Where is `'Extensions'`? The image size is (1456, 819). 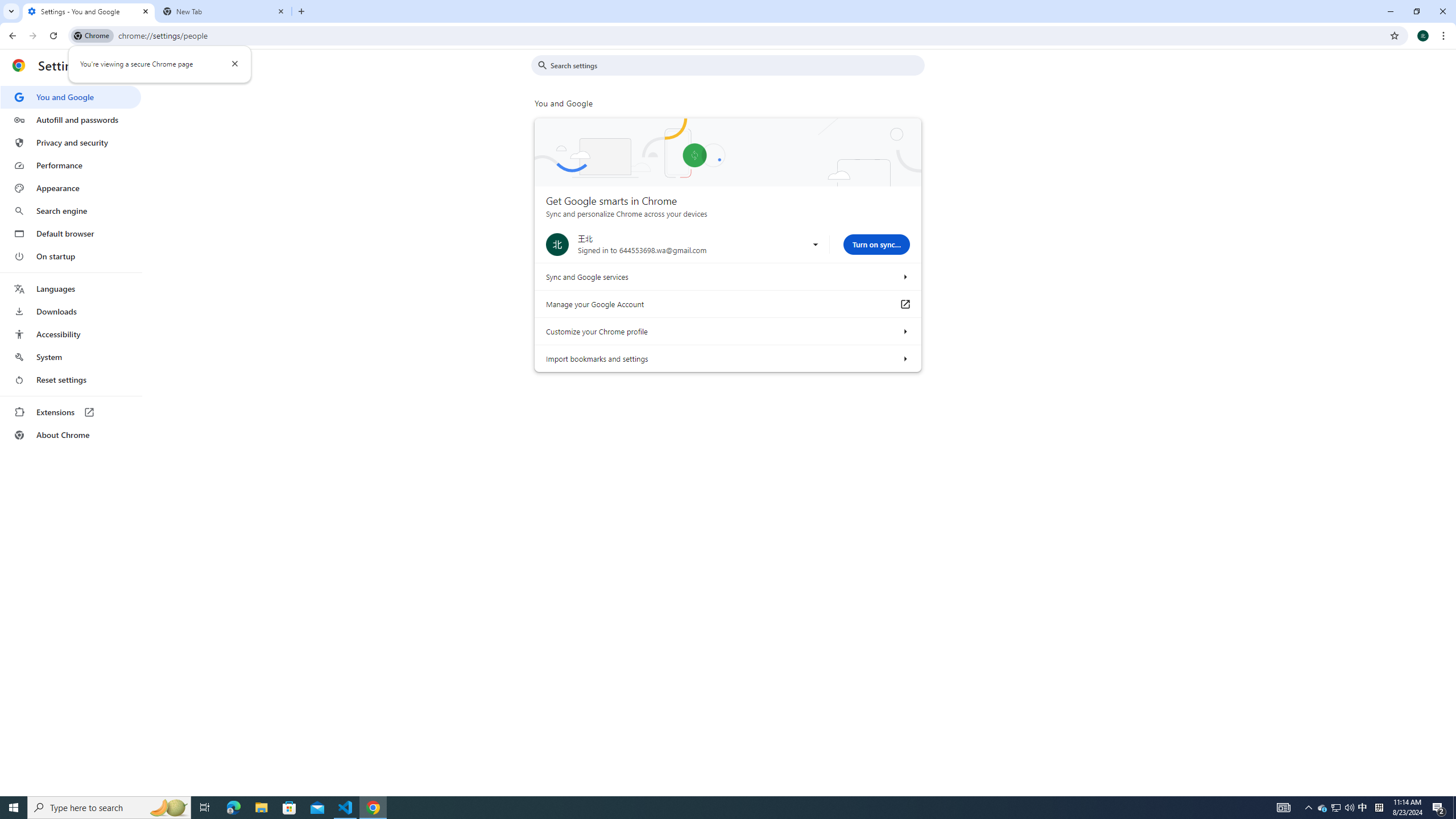
'Extensions' is located at coordinates (70, 412).